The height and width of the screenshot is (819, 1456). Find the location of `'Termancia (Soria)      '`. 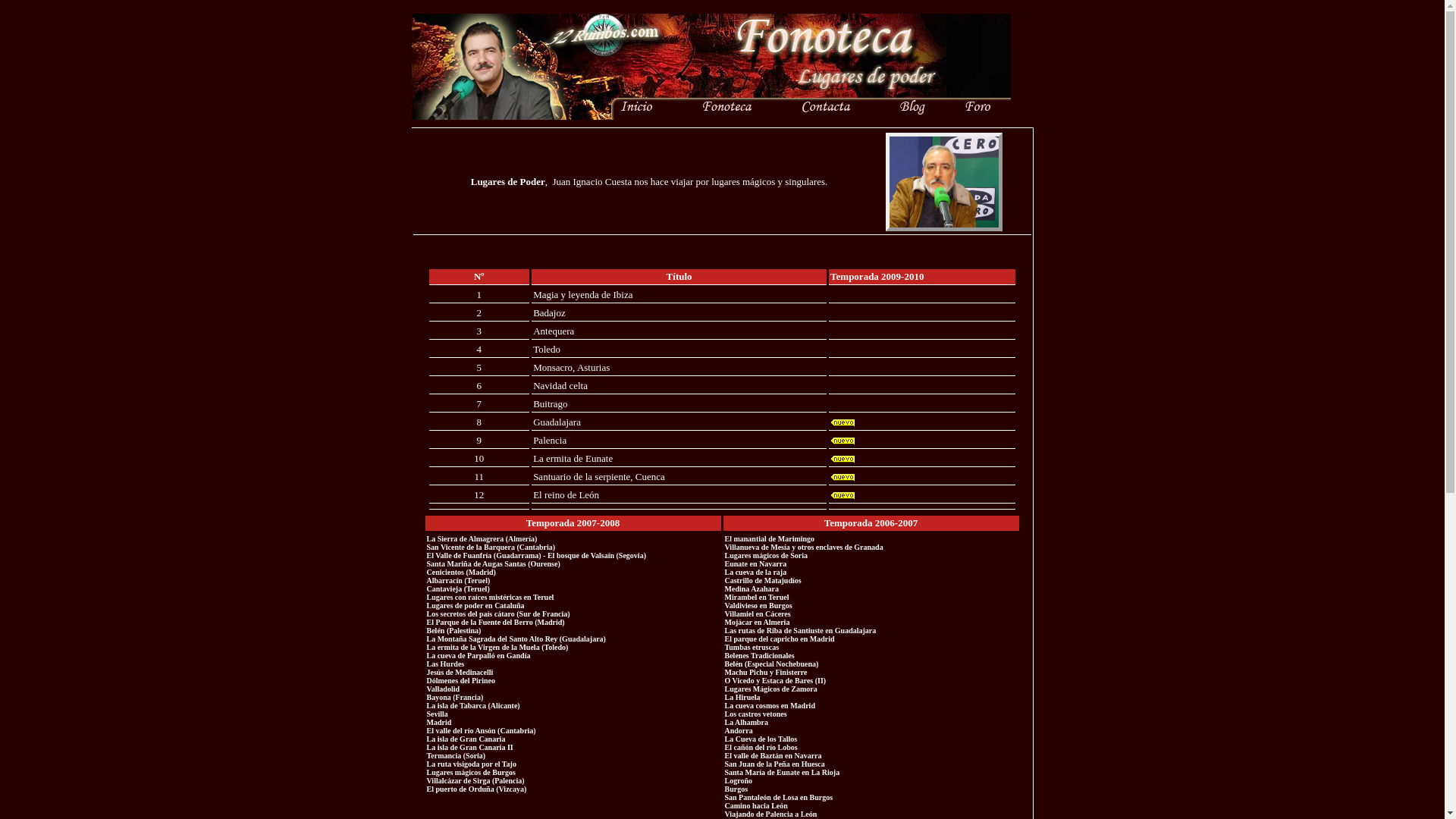

'Termancia (Soria)      ' is located at coordinates (460, 755).